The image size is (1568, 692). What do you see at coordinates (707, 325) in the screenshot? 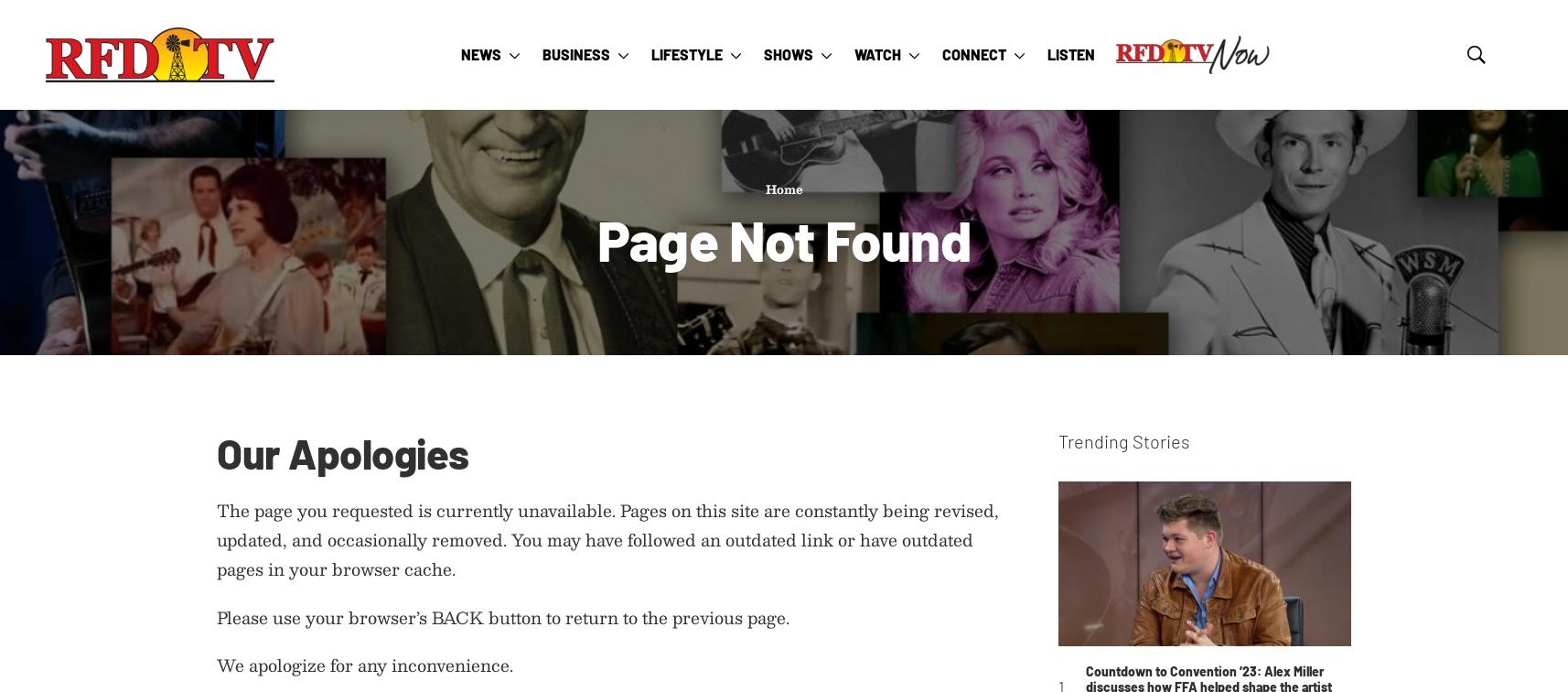
I see `'Machinery'` at bounding box center [707, 325].